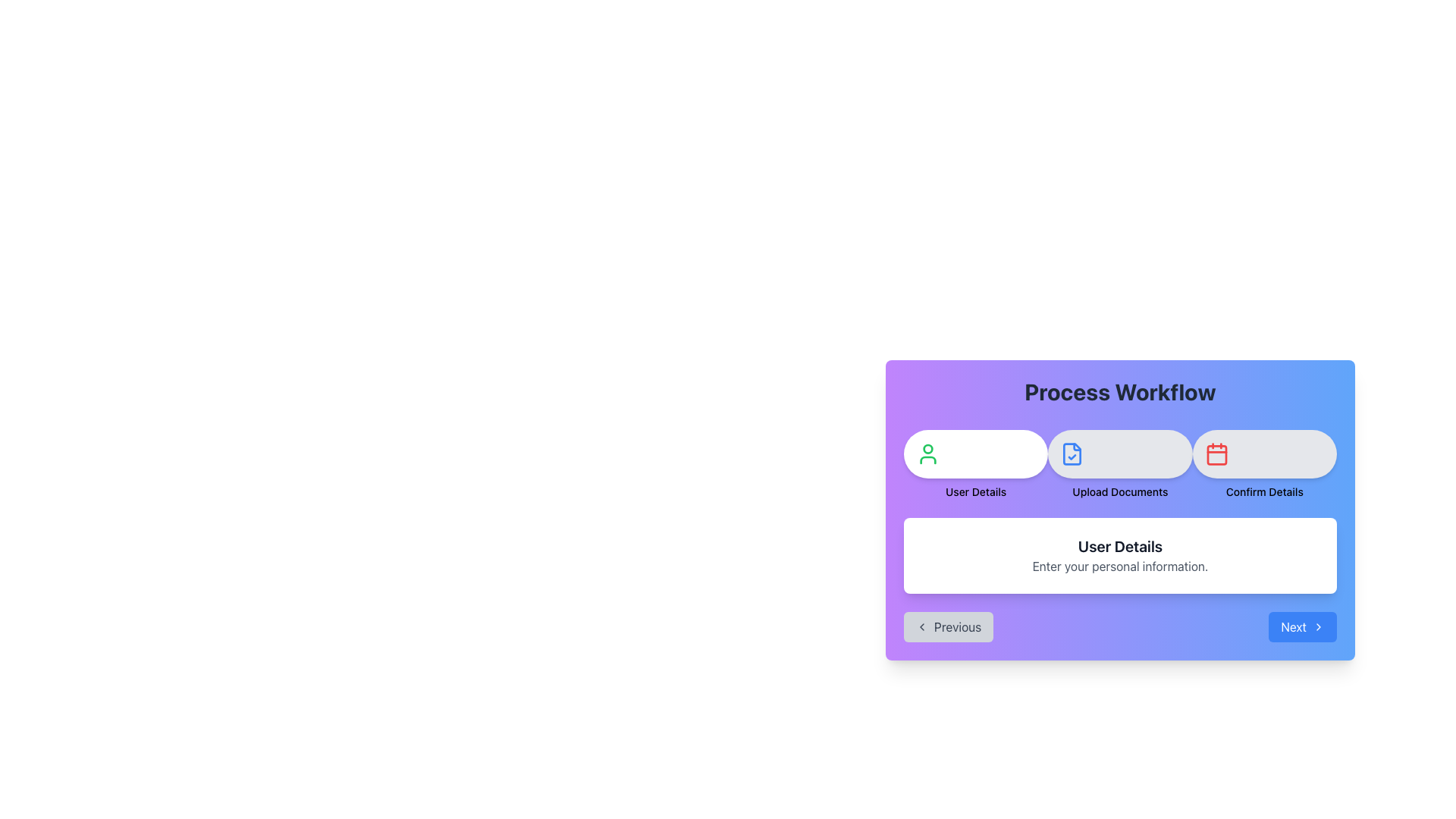 The width and height of the screenshot is (1456, 819). What do you see at coordinates (1072, 453) in the screenshot?
I see `the blue document icon with a checkmark overlay, which is the second item in a horizontal sequence of step buttons` at bounding box center [1072, 453].